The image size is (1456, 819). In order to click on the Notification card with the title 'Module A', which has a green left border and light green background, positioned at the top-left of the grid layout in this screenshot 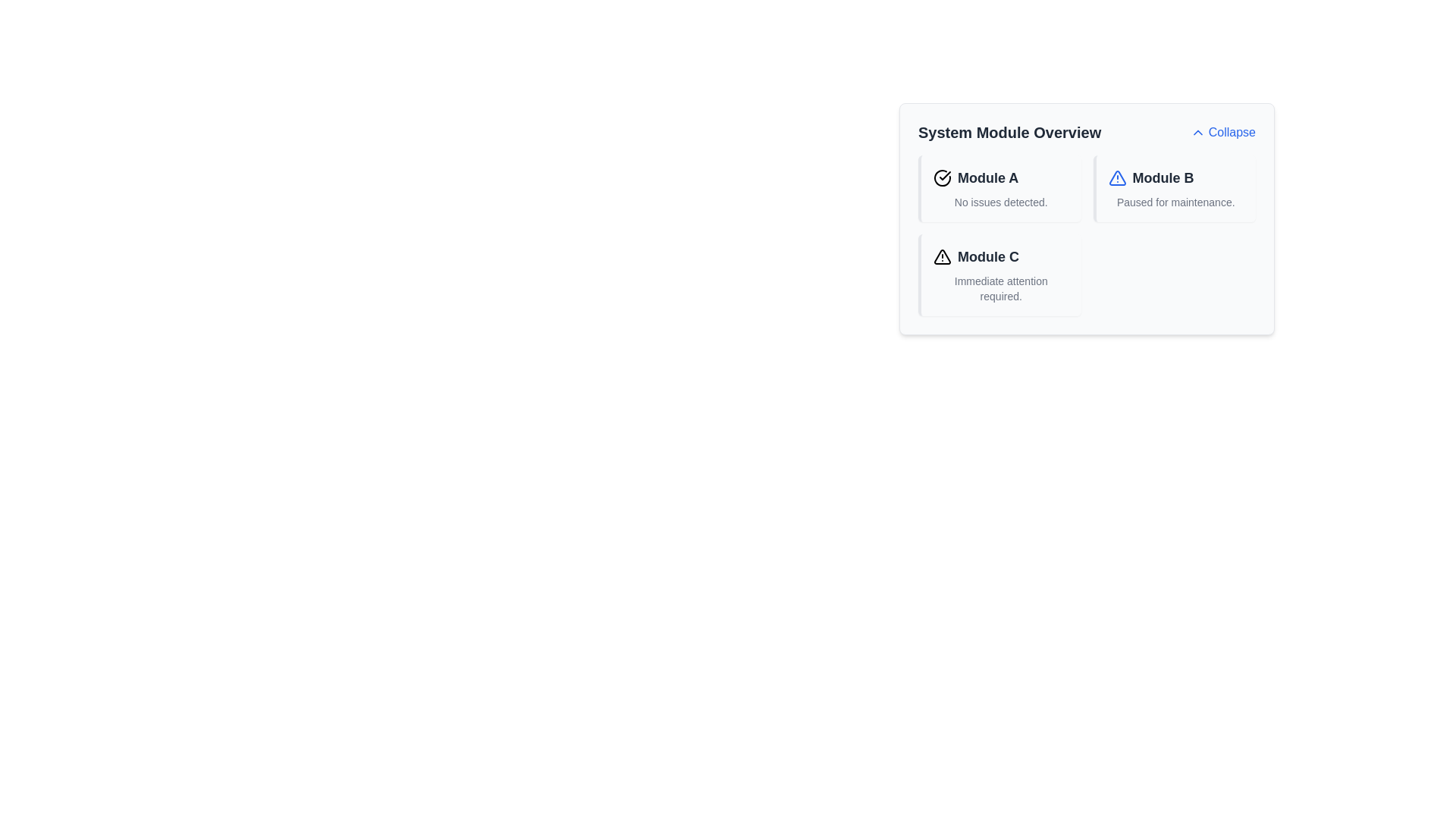, I will do `click(999, 188)`.